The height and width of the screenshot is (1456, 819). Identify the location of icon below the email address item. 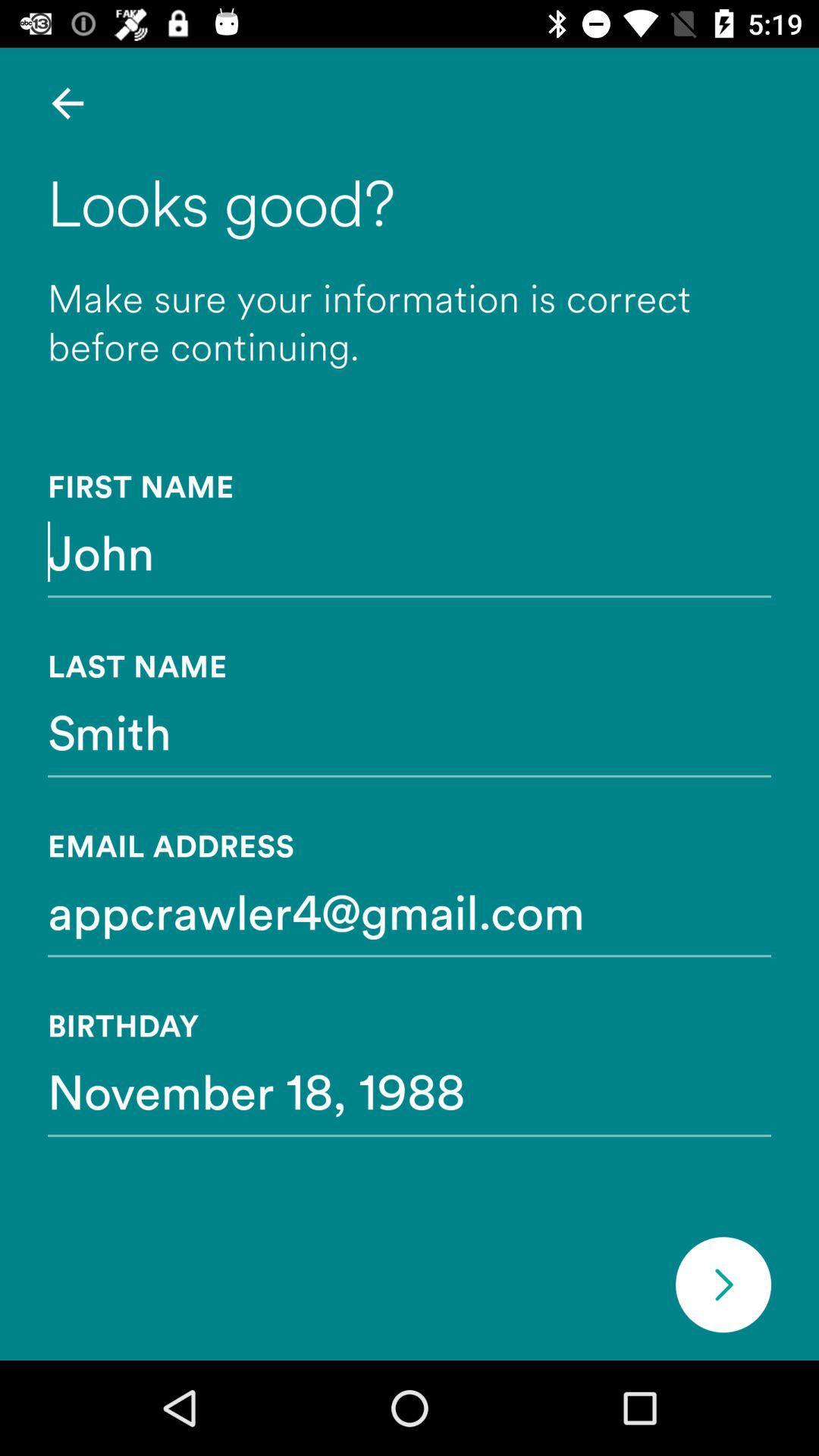
(409, 910).